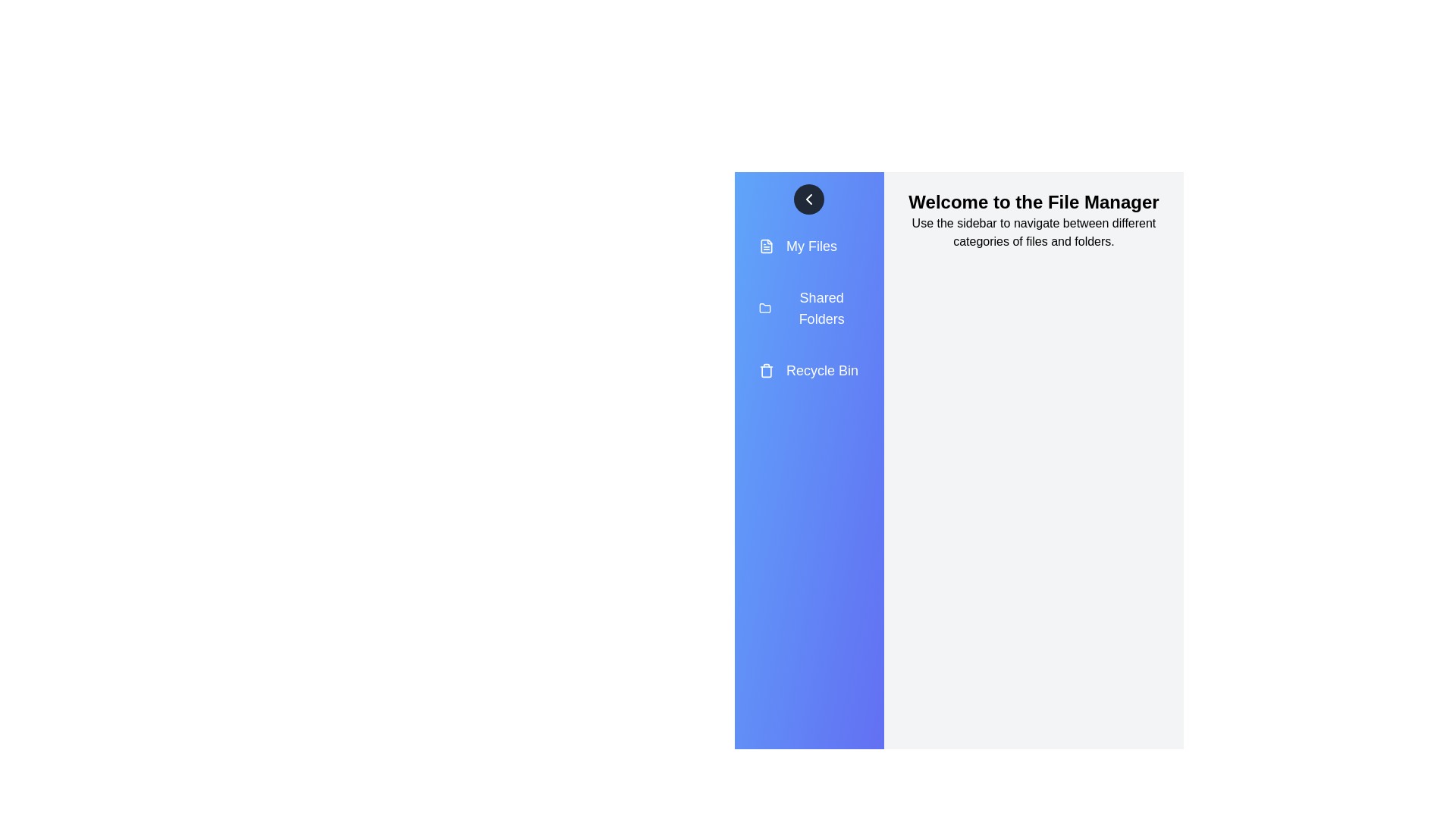  Describe the element at coordinates (808, 245) in the screenshot. I see `the 'My Files' menu item in the sidebar` at that location.